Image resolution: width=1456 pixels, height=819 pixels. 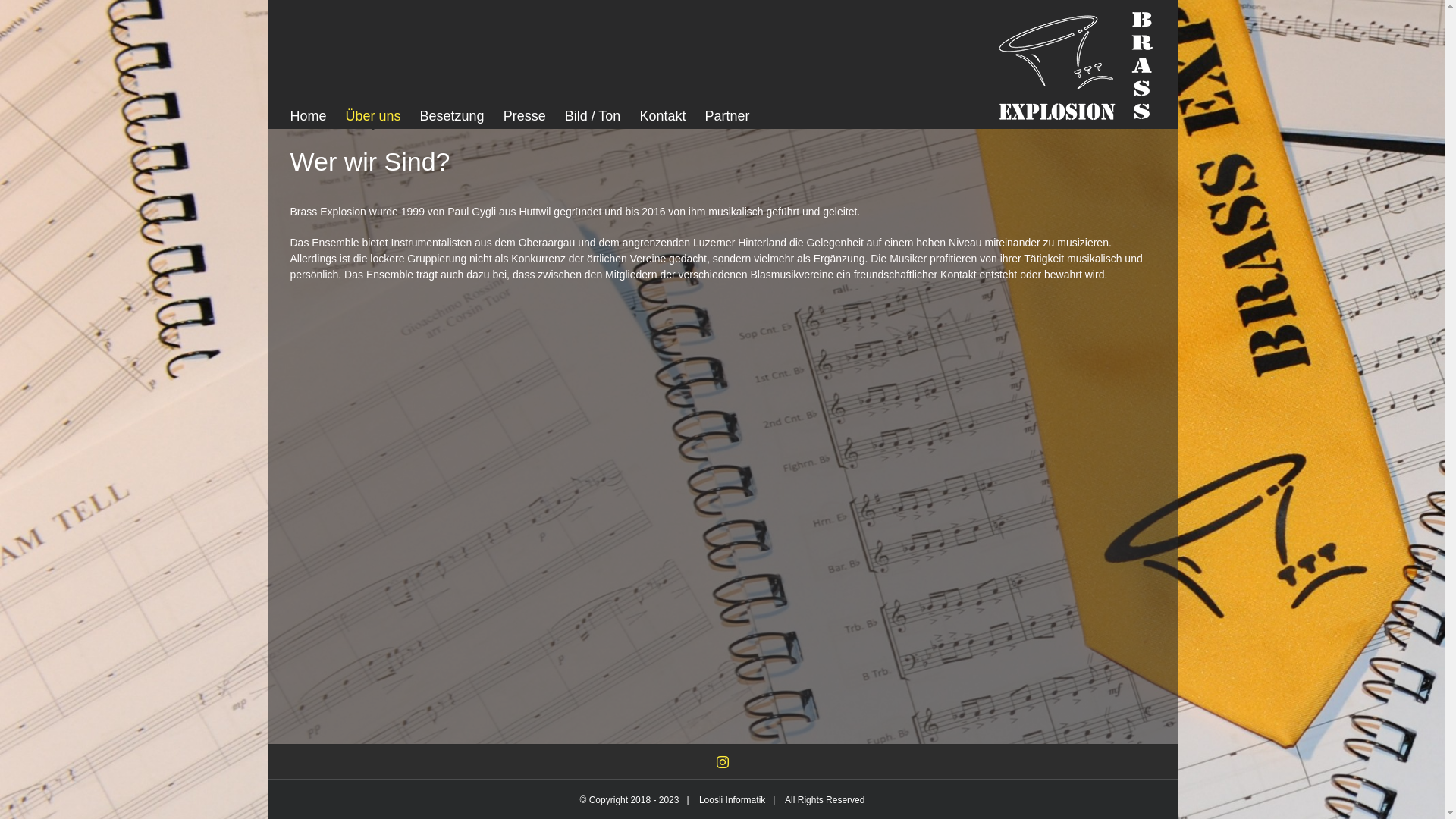 What do you see at coordinates (451, 115) in the screenshot?
I see `'Besetzung'` at bounding box center [451, 115].